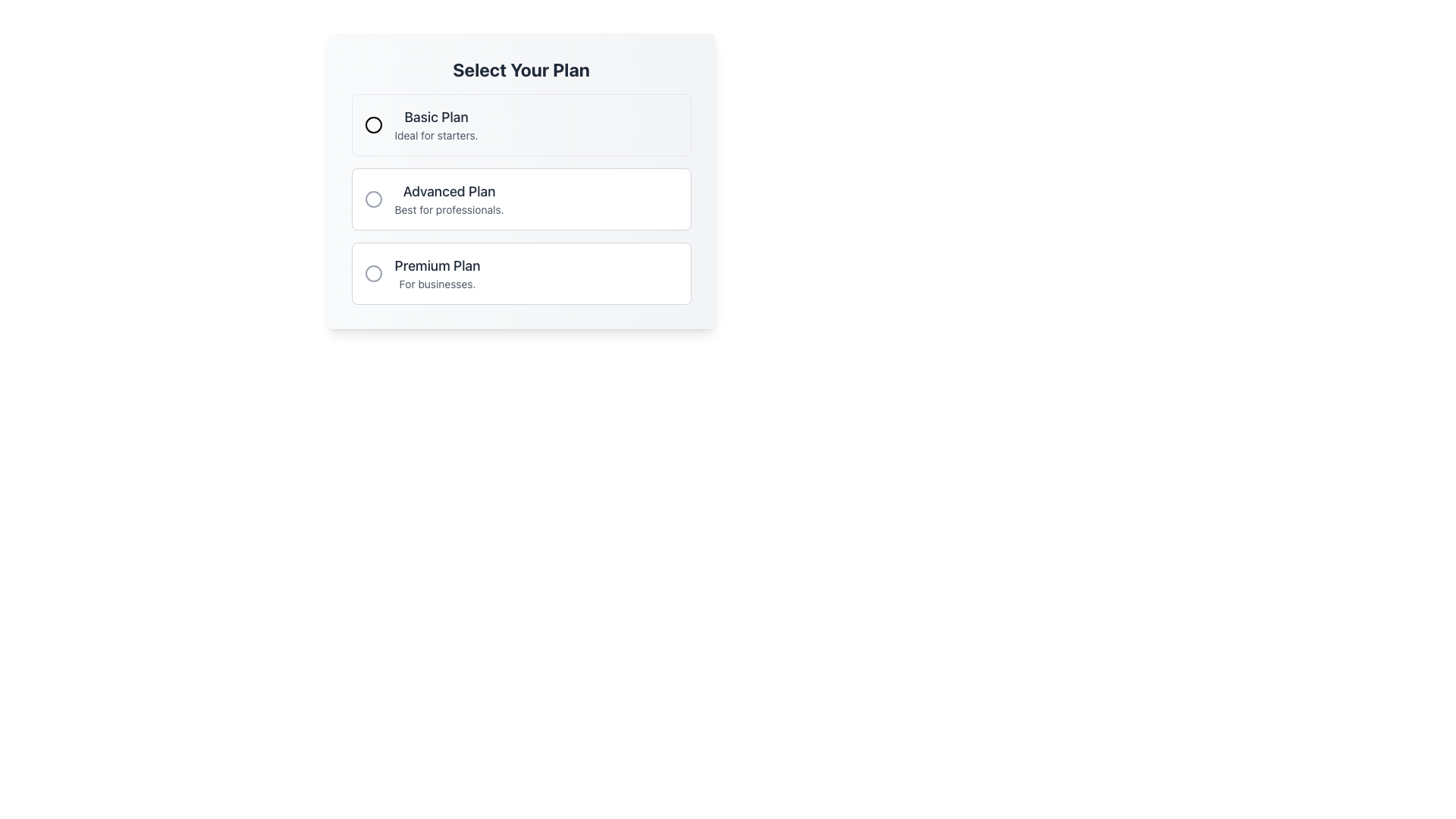 The image size is (1456, 819). Describe the element at coordinates (373, 274) in the screenshot. I see `the leftmost circle indicator for selecting the 'Premium Plan' option to confirm the selection` at that location.